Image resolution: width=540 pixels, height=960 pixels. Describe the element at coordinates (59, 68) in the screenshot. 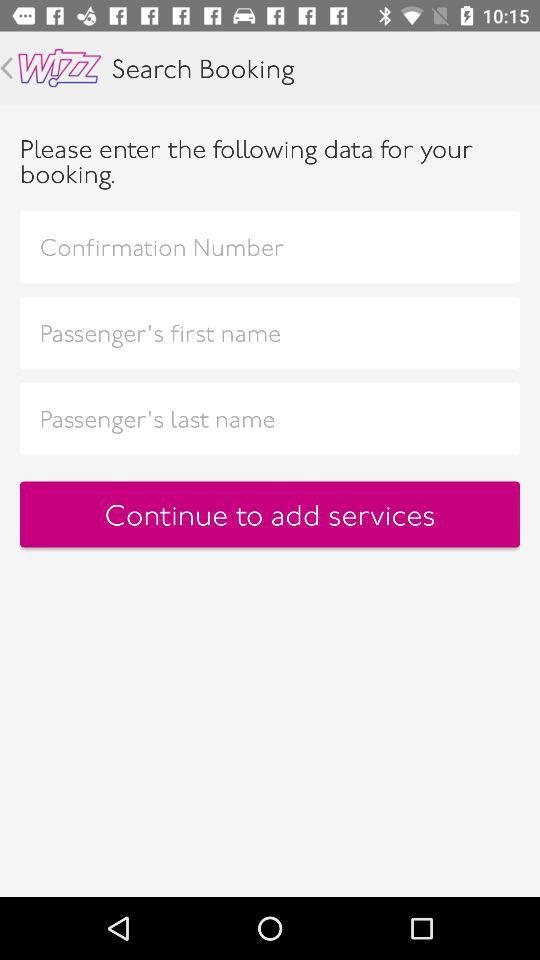

I see `app name` at that location.